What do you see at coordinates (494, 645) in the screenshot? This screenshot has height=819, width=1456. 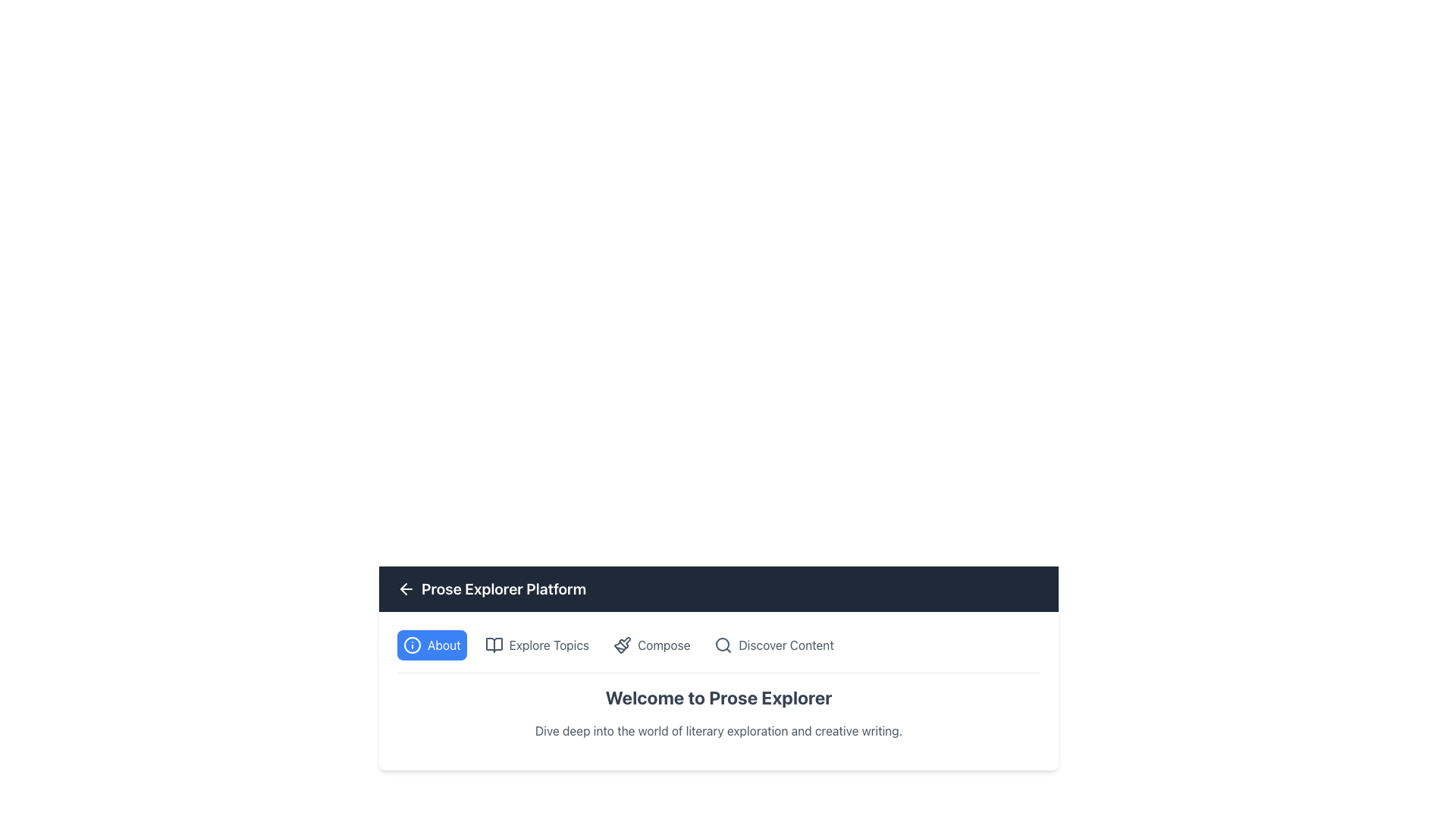 I see `the 'Explore Topics' icon, which is the leftmost element in the 'Explore Topics' section and is aligned with the 'About' button` at bounding box center [494, 645].